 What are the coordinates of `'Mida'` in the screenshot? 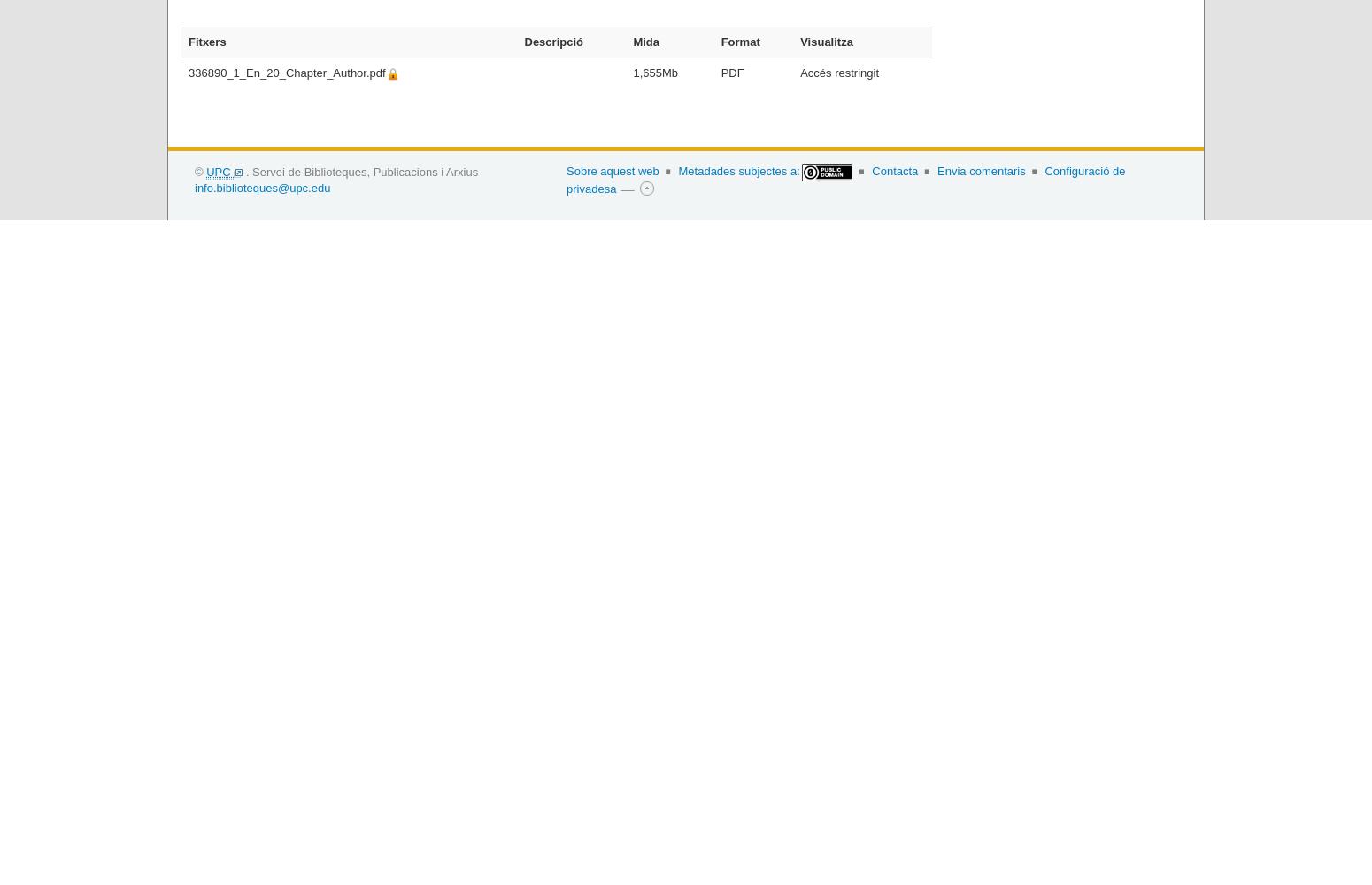 It's located at (646, 41).